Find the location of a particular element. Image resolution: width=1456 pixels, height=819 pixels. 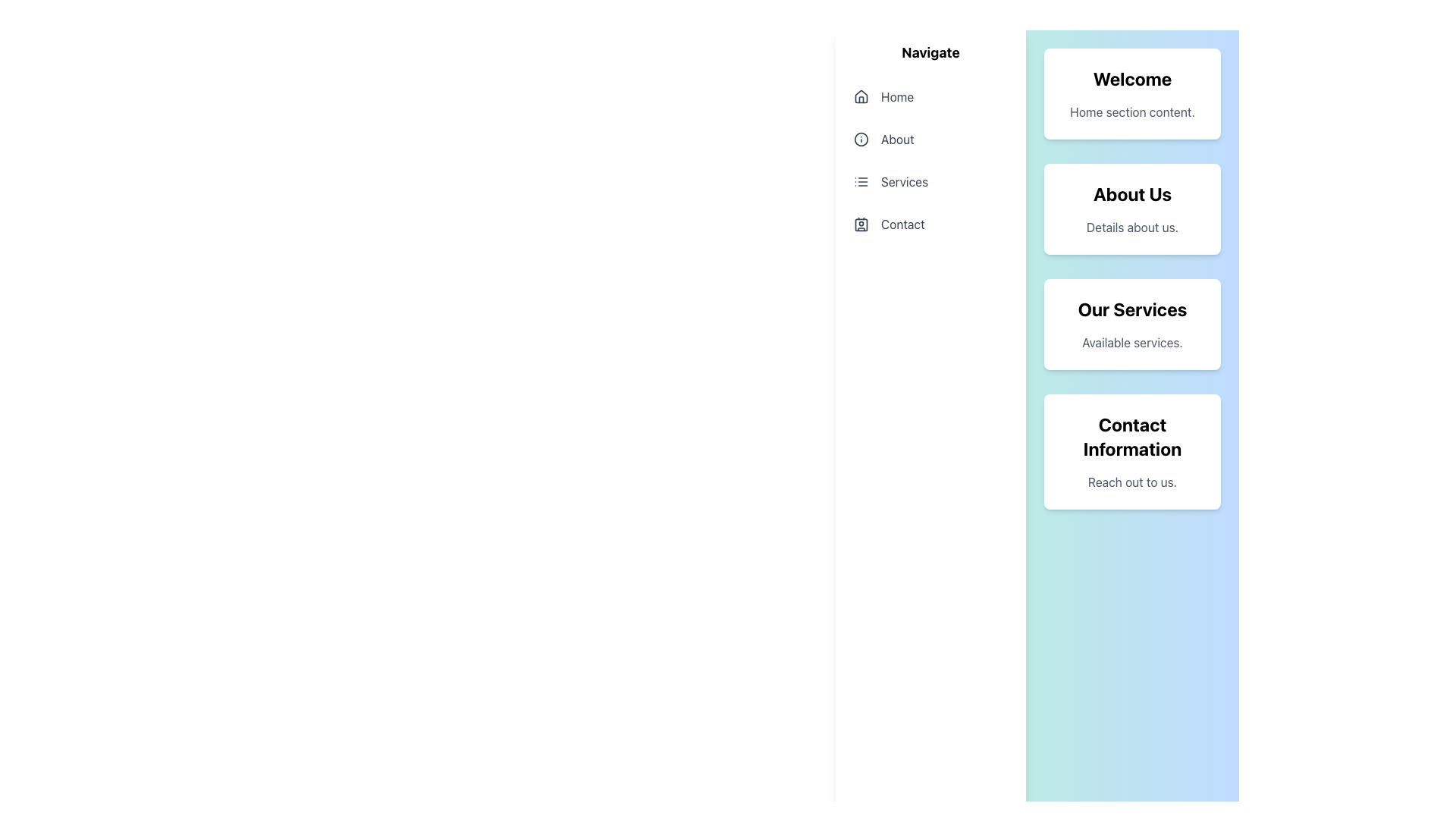

the 'Contact' link in the sidebar menu is located at coordinates (930, 224).